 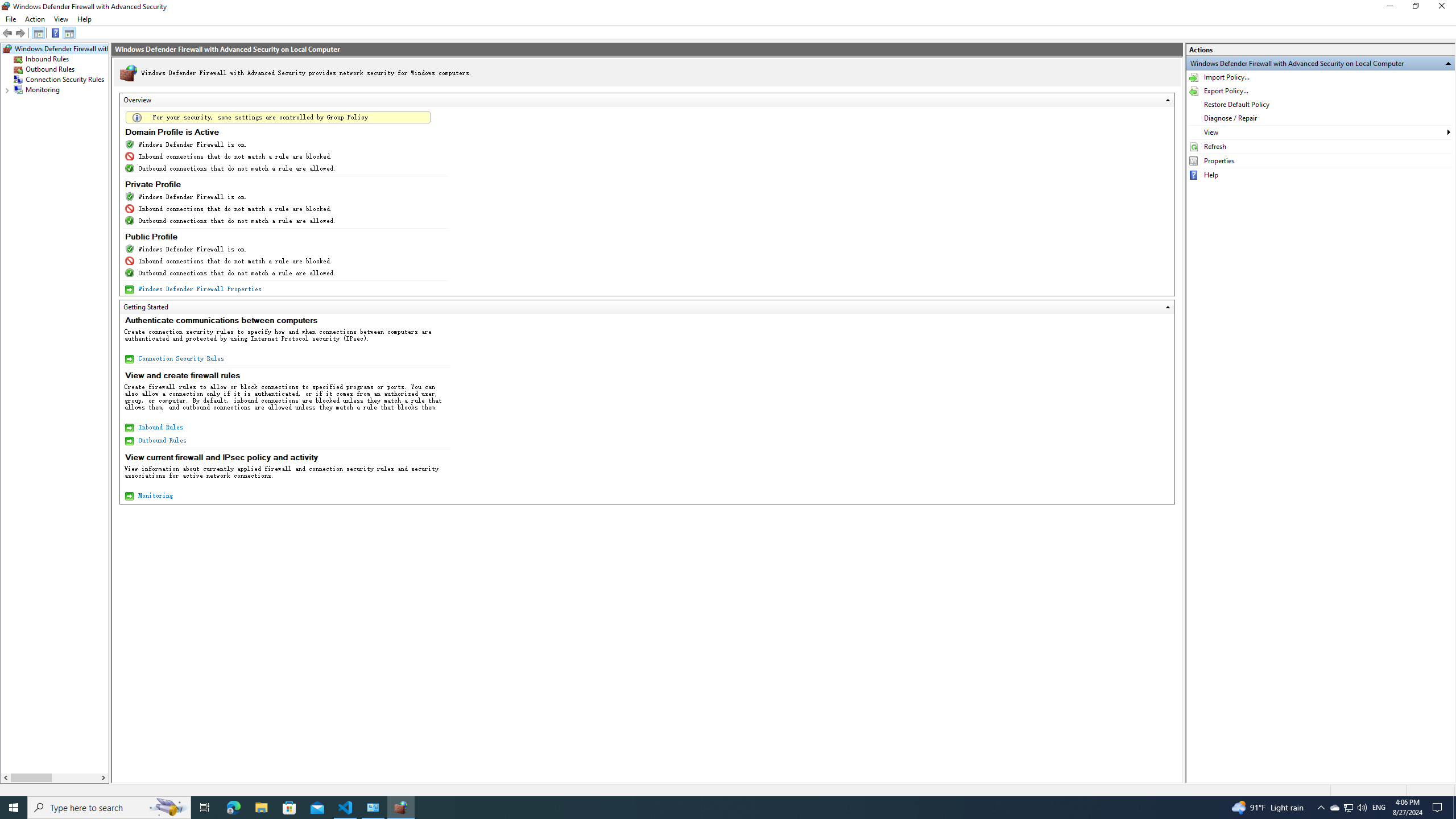 I want to click on 'Refresh', so click(x=1319, y=146).